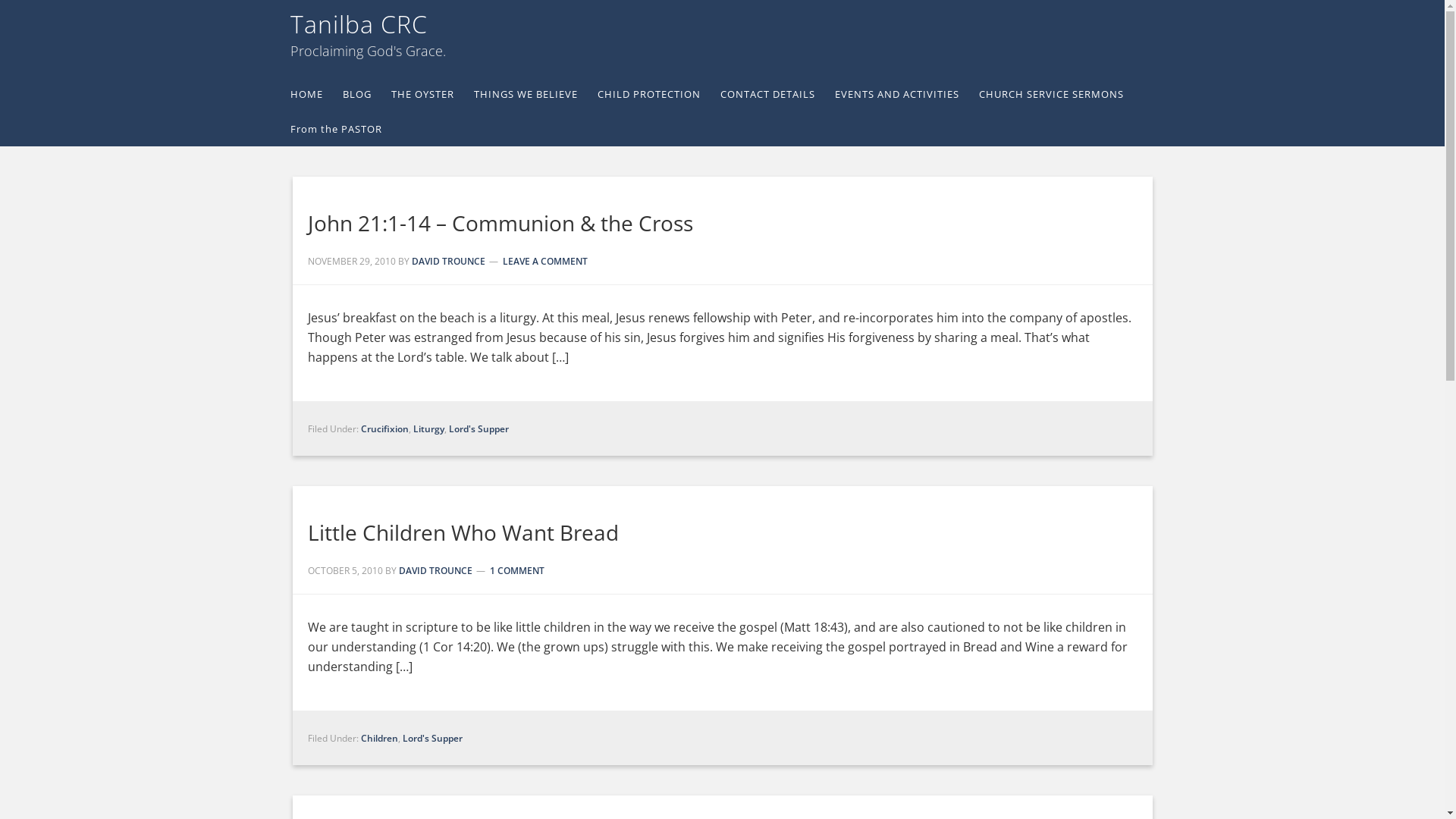  I want to click on 'Liturgy', so click(427, 428).